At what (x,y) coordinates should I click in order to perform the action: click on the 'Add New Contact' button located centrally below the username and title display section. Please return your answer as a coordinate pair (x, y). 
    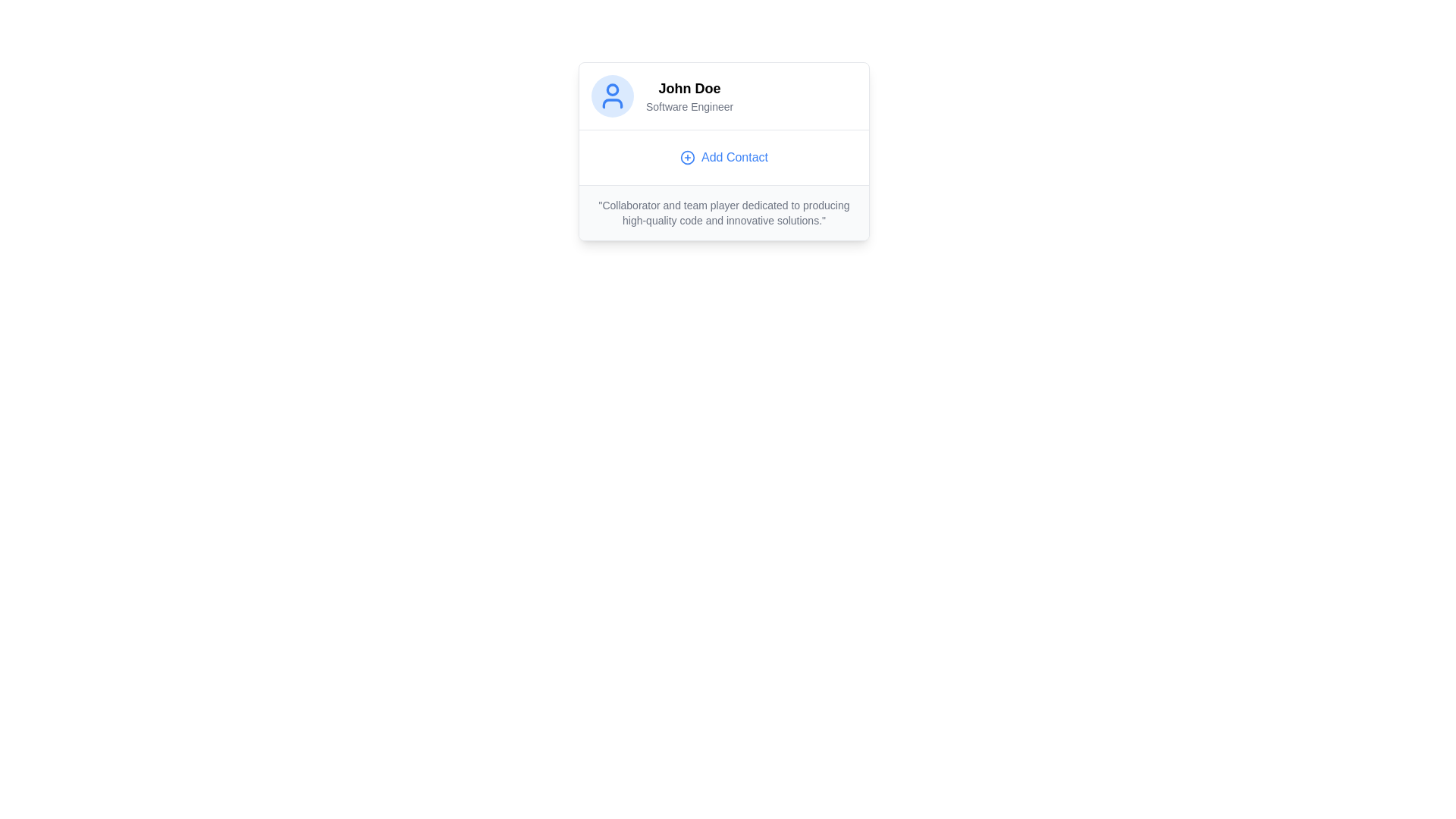
    Looking at the image, I should click on (723, 158).